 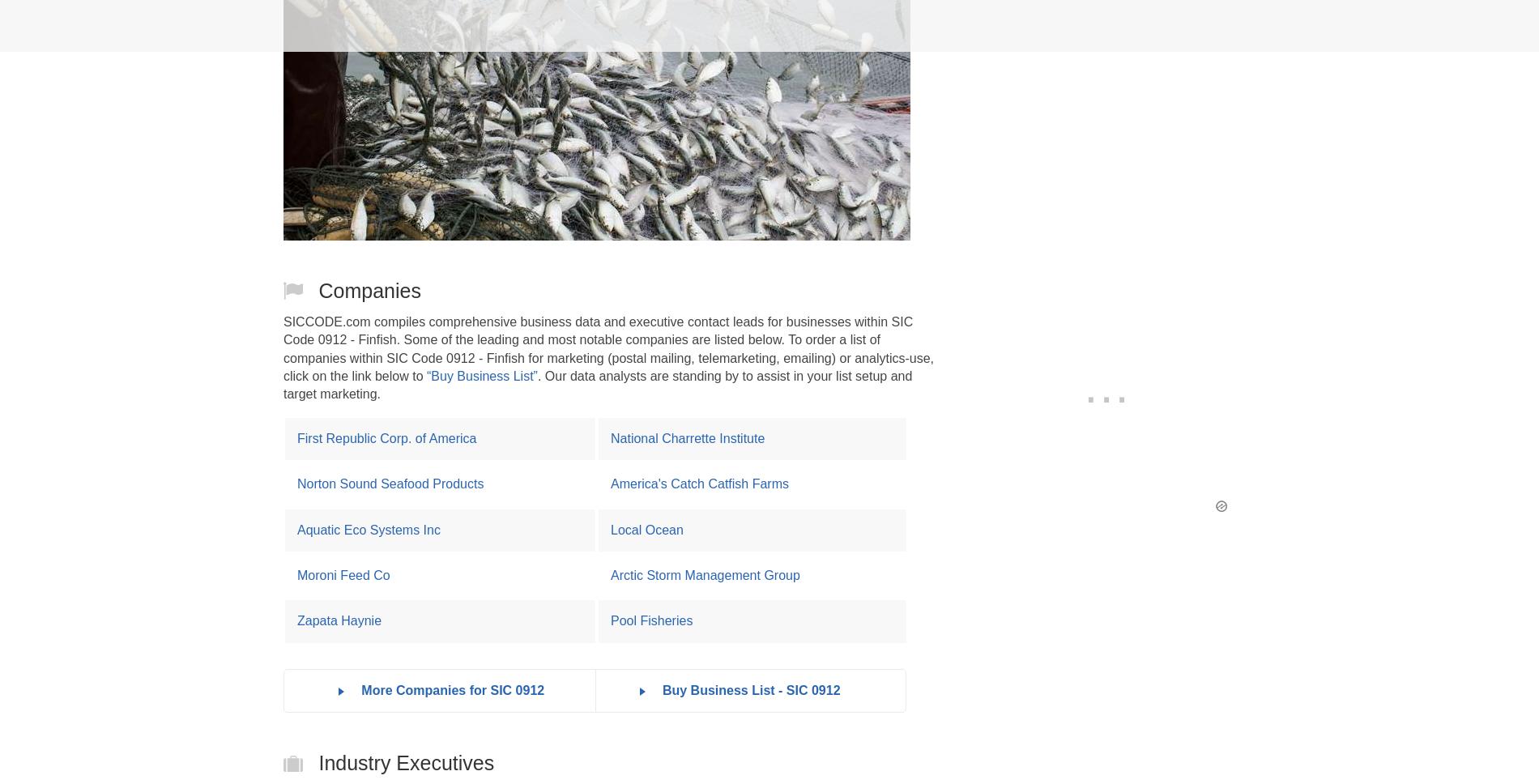 What do you see at coordinates (368, 529) in the screenshot?
I see `'Aquatic Eco Systems Inc'` at bounding box center [368, 529].